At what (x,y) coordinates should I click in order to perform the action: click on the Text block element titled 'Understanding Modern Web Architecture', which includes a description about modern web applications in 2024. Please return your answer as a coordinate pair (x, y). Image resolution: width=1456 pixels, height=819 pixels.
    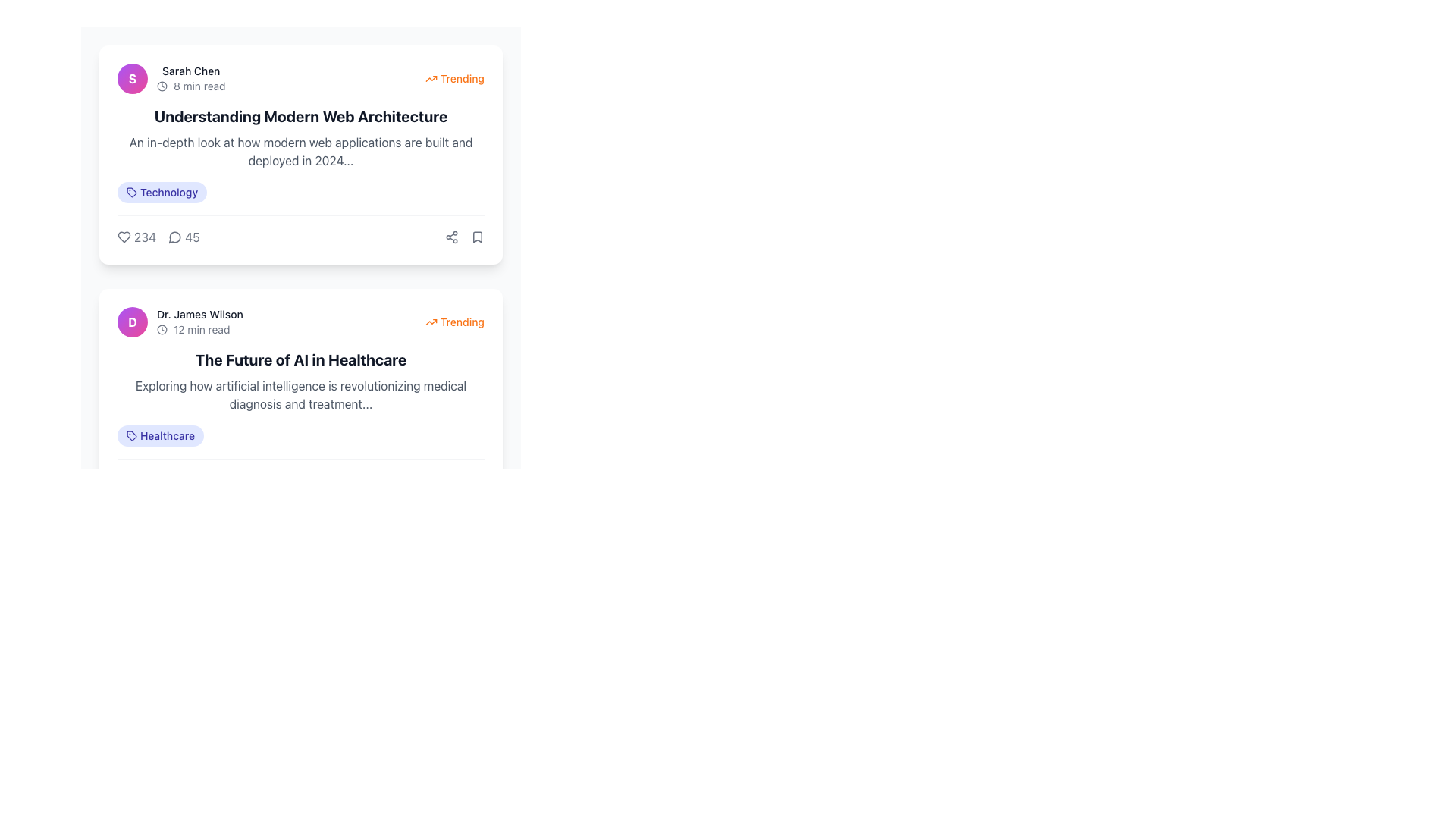
    Looking at the image, I should click on (301, 137).